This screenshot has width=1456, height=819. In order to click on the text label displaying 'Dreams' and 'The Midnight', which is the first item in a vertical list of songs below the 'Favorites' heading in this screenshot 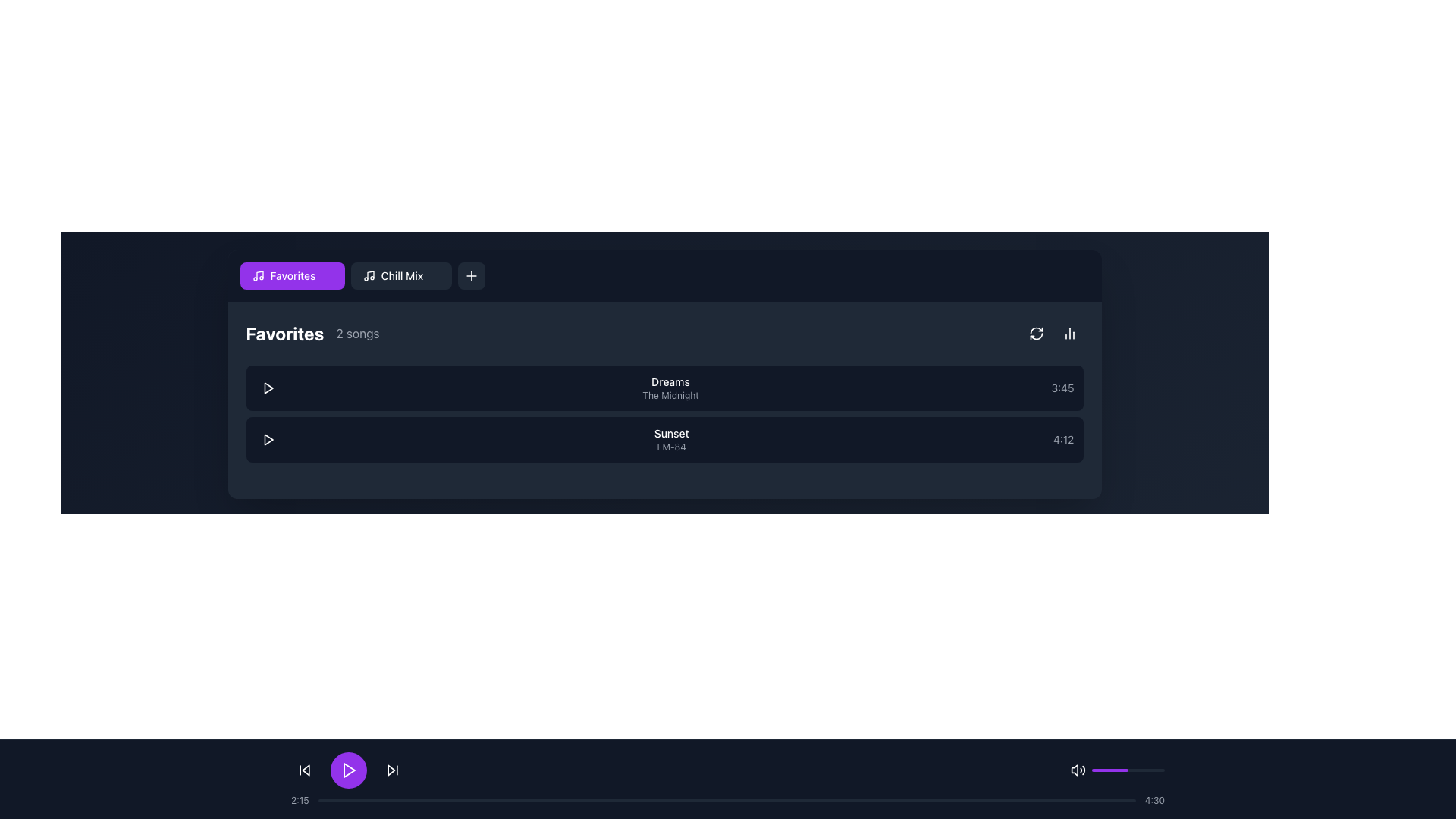, I will do `click(670, 388)`.